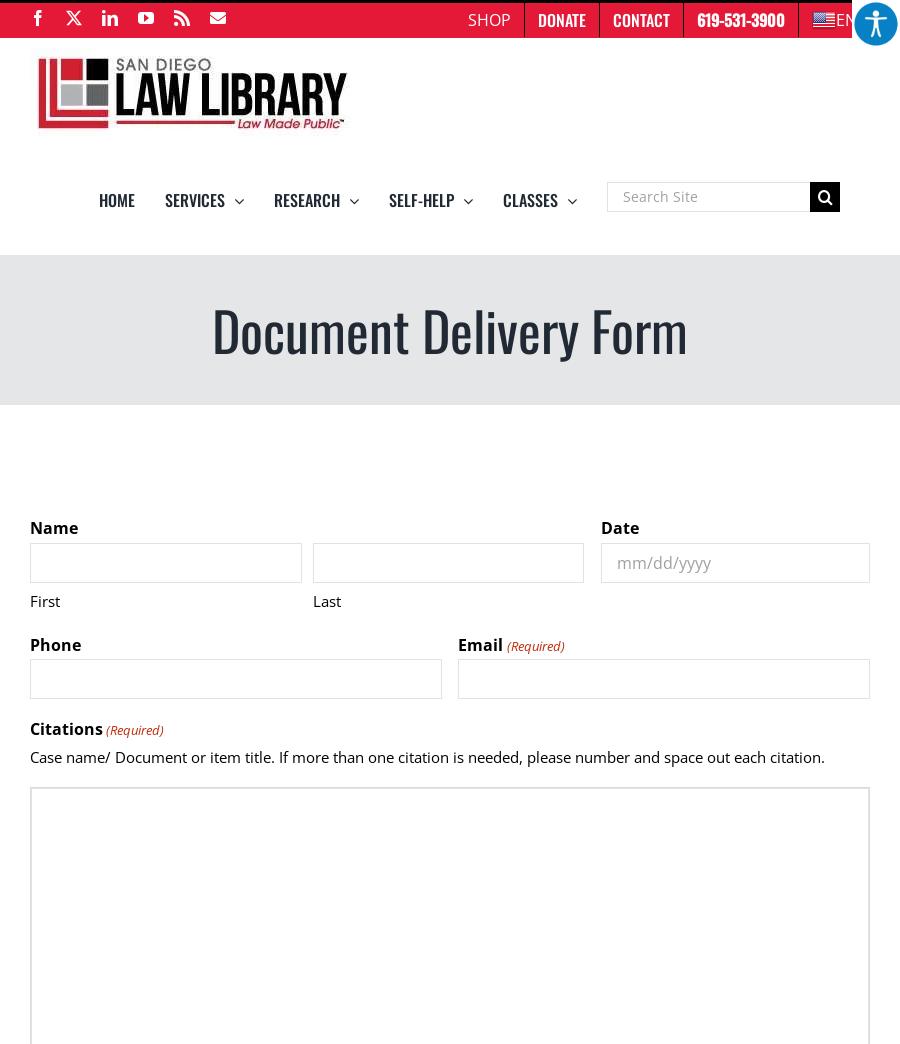 The height and width of the screenshot is (1044, 900). Describe the element at coordinates (432, 400) in the screenshot. I see `'Clinics'` at that location.